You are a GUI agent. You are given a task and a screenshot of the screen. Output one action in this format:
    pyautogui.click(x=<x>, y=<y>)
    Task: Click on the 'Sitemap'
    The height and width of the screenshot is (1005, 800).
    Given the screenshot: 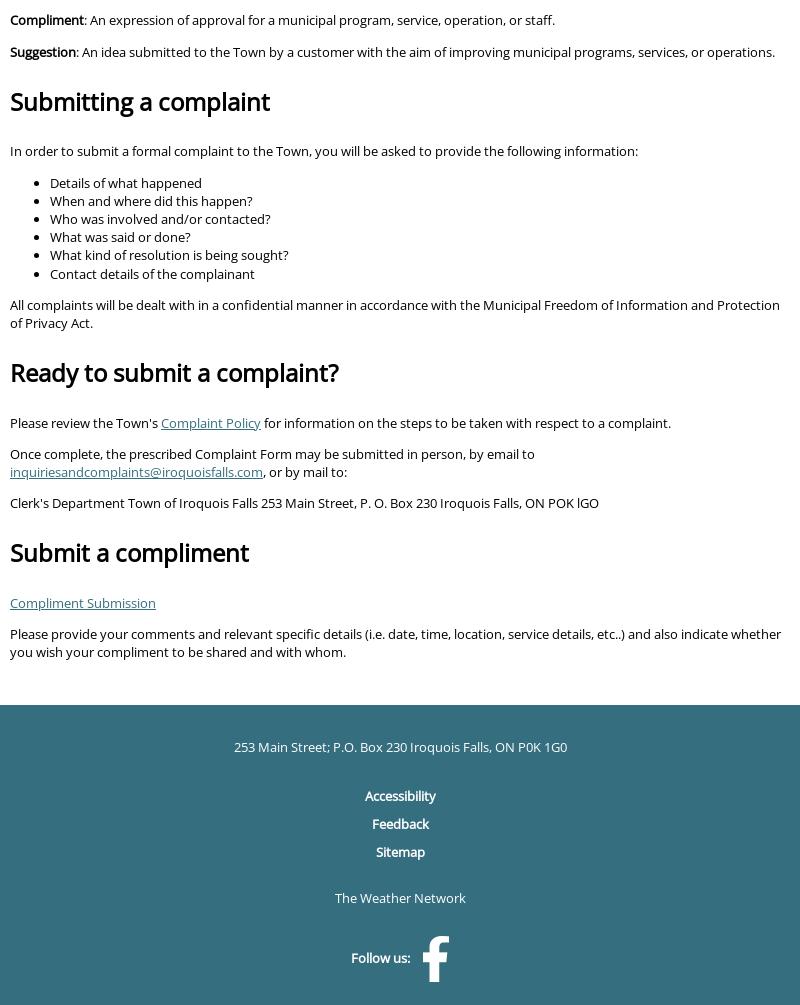 What is the action you would take?
    pyautogui.click(x=398, y=851)
    